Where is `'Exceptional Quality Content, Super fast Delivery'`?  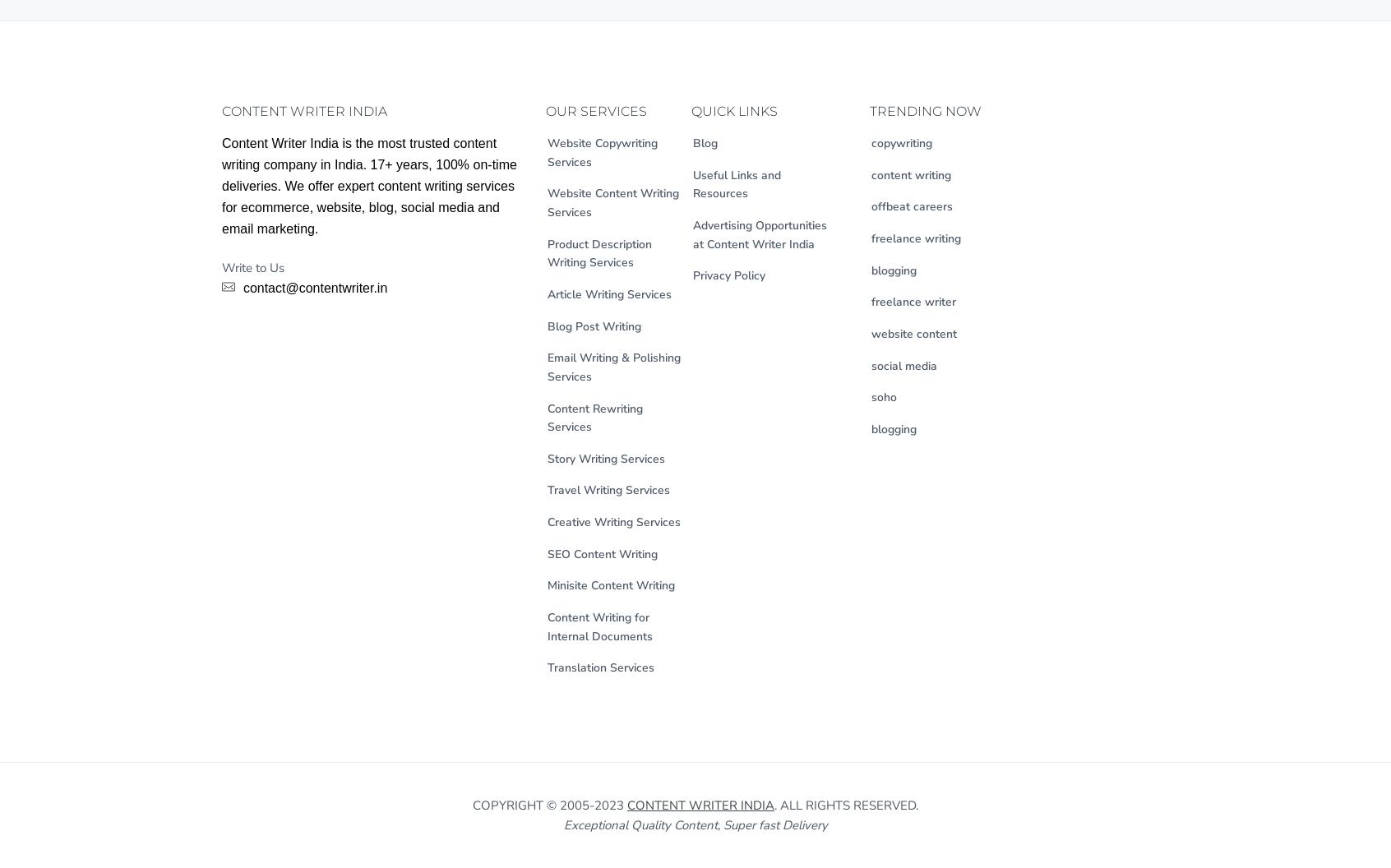
'Exceptional Quality Content, Super fast Delivery' is located at coordinates (562, 824).